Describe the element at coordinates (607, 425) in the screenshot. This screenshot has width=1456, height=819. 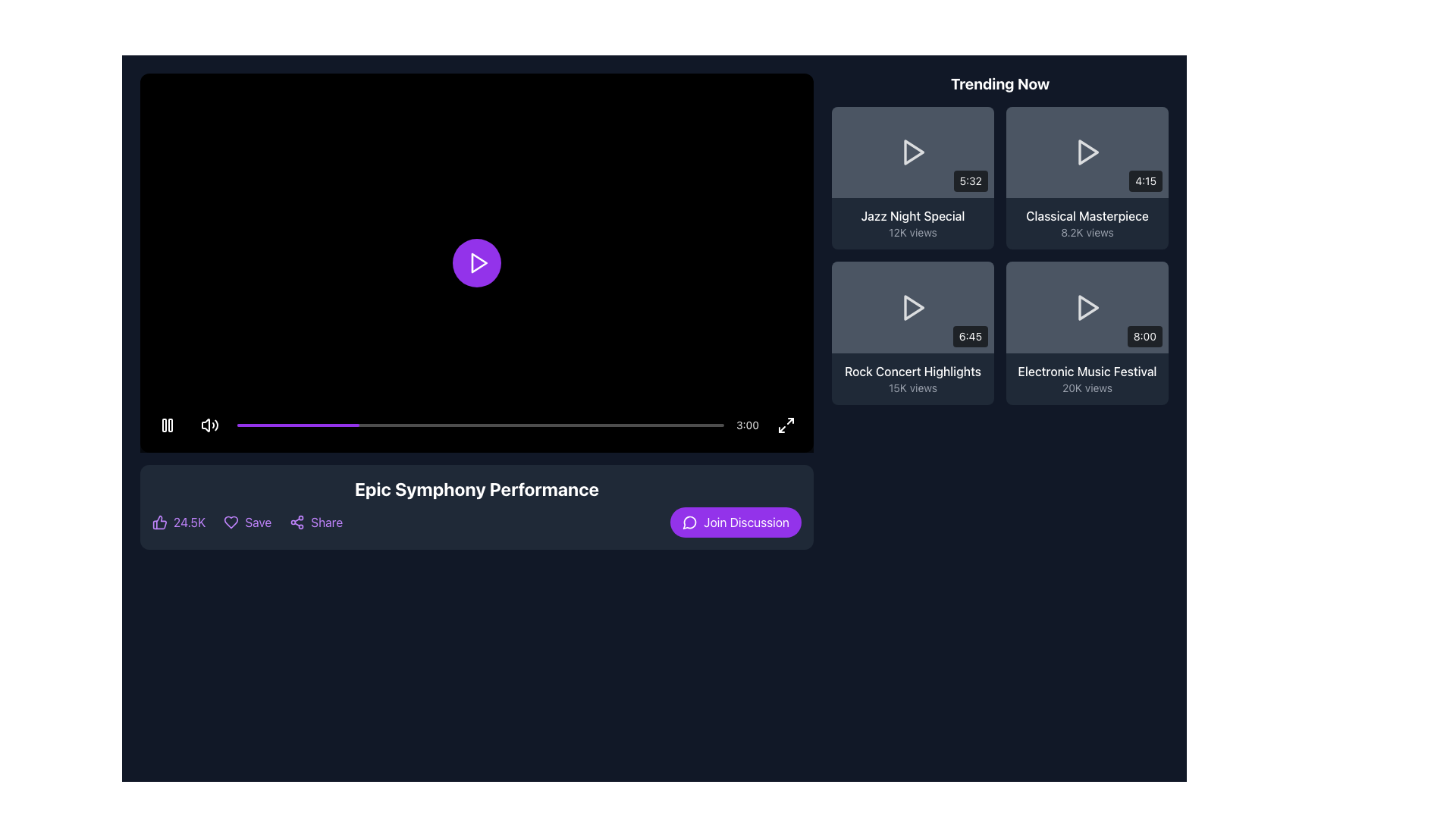
I see `the video playback progress` at that location.